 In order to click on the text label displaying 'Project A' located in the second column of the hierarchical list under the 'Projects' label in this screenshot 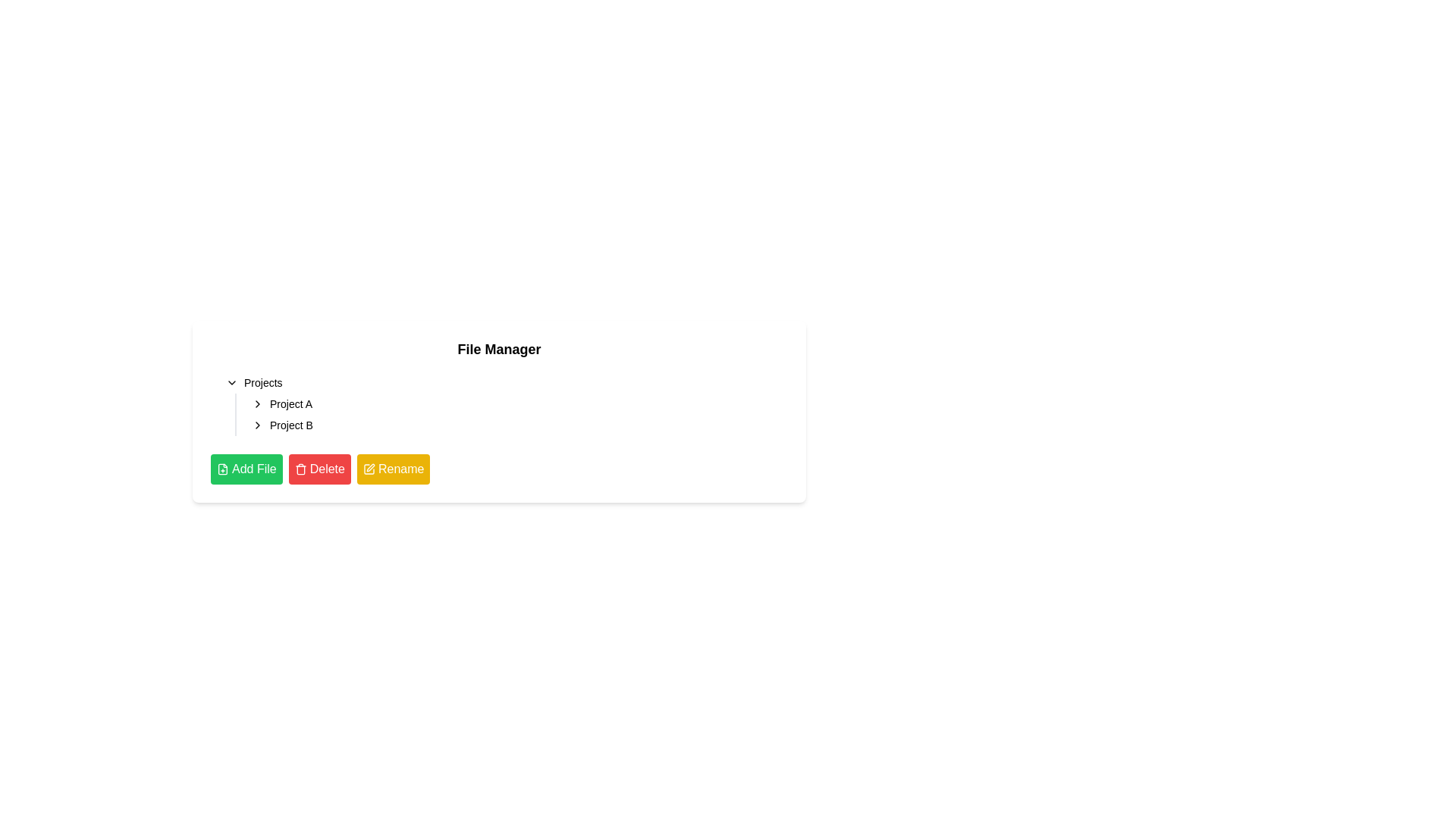, I will do `click(291, 403)`.